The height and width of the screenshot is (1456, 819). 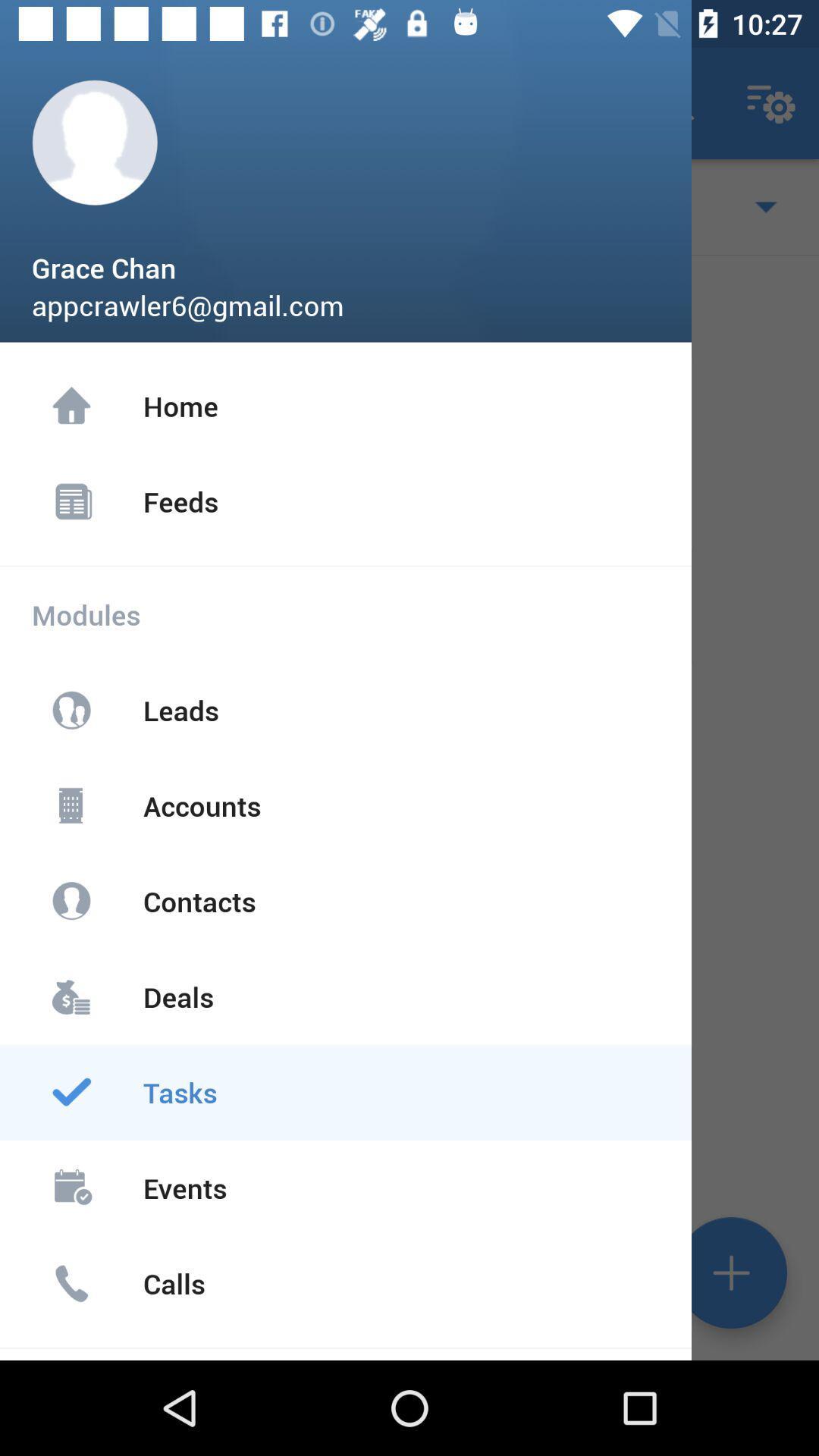 What do you see at coordinates (730, 1272) in the screenshot?
I see `the add icon` at bounding box center [730, 1272].